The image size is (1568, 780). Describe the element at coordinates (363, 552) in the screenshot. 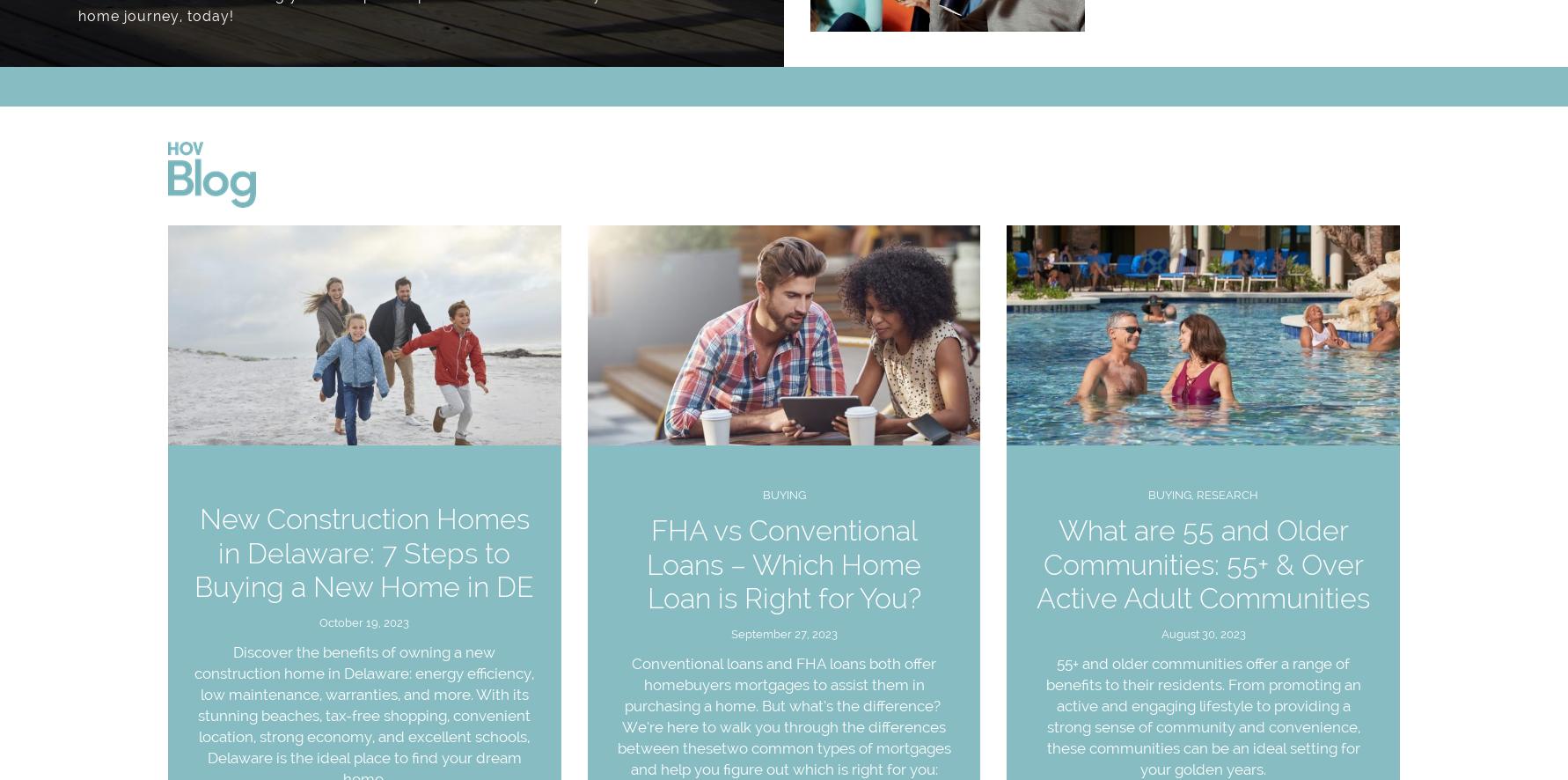

I see `'New Construction Homes in Delaware: 7 Steps to Buying a New Home in DE'` at that location.